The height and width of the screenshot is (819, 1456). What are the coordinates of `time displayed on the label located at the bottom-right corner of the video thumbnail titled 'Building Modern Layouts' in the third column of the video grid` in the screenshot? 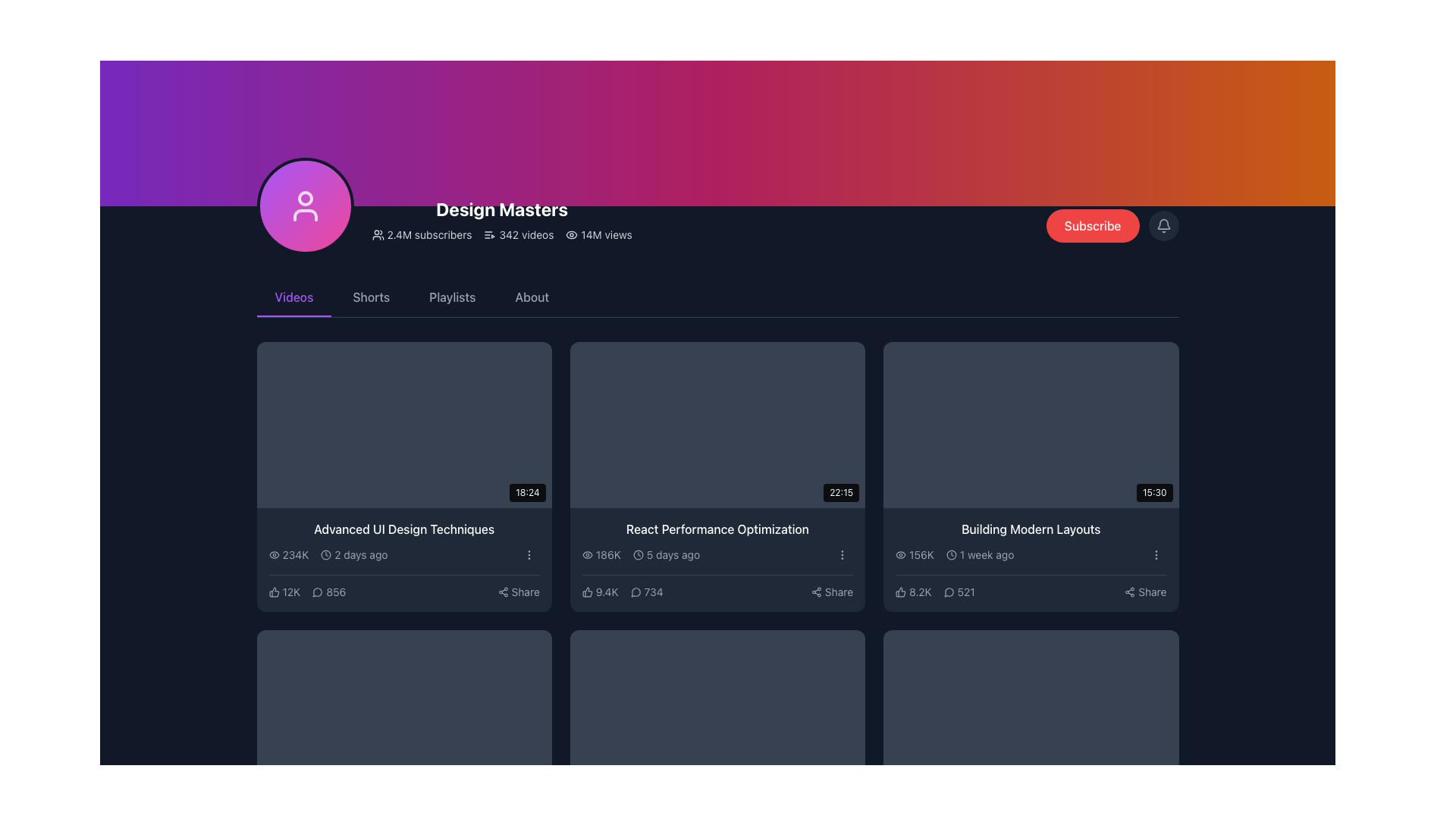 It's located at (1153, 493).